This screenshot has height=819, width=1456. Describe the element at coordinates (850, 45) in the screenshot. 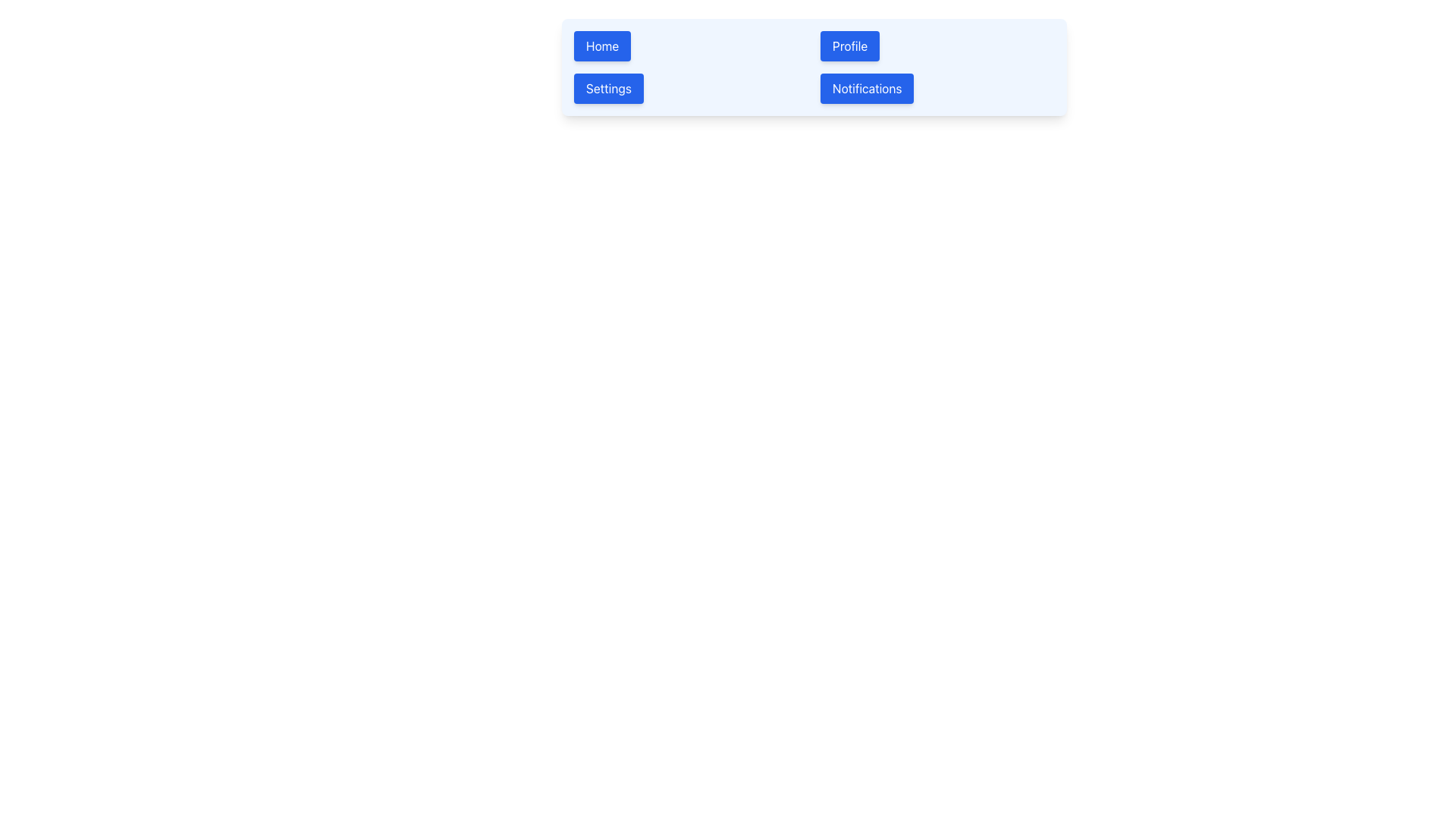

I see `the blue 'Profile' button with white text, located in the top-right area of the interface` at that location.